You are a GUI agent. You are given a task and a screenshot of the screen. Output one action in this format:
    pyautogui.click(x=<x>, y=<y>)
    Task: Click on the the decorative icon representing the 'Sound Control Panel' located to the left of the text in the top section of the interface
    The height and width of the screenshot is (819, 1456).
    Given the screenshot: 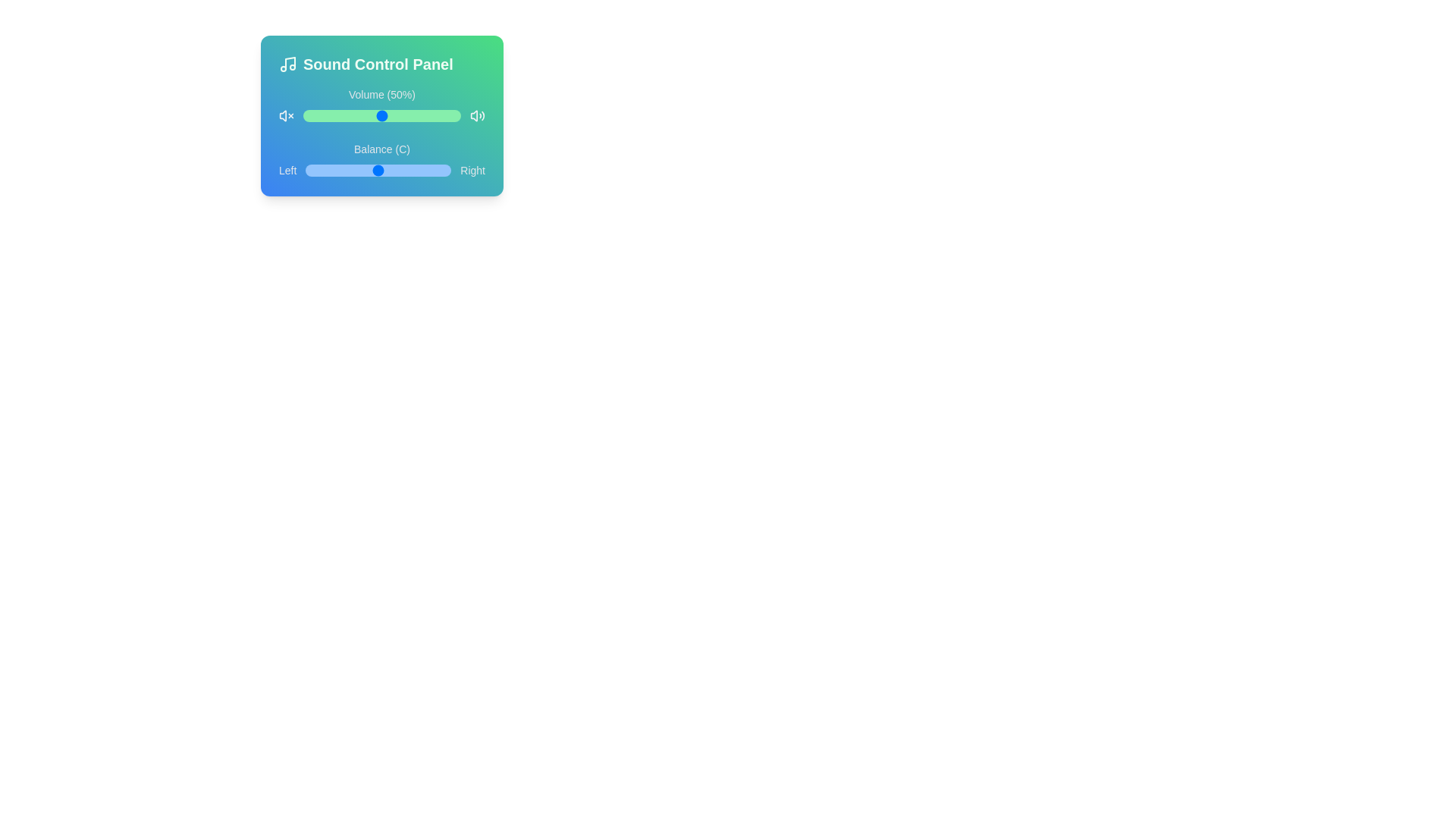 What is the action you would take?
    pyautogui.click(x=287, y=63)
    